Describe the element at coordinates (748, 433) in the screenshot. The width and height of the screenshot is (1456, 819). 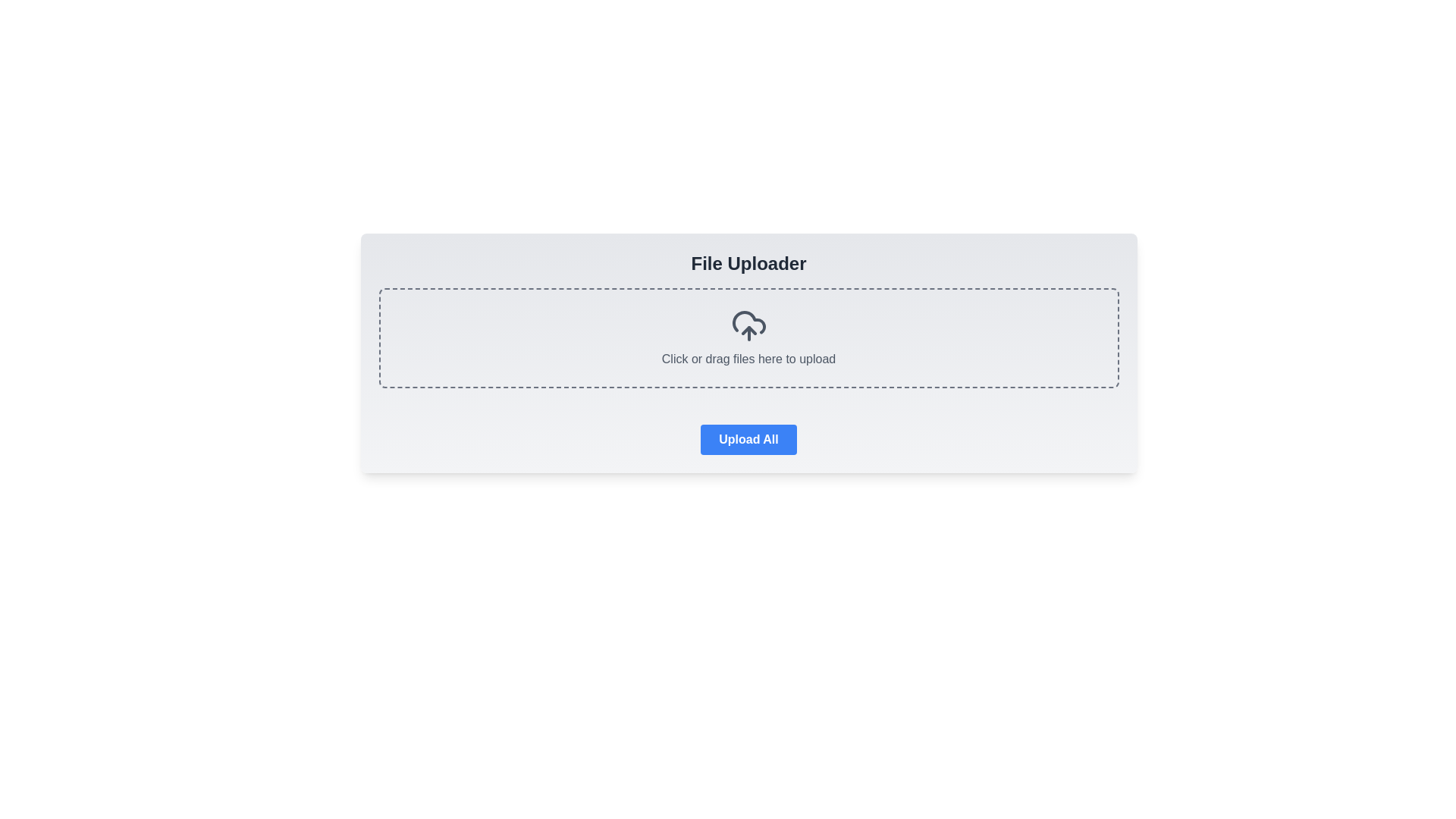
I see `the blue rectangular button labeled 'Upload All'` at that location.